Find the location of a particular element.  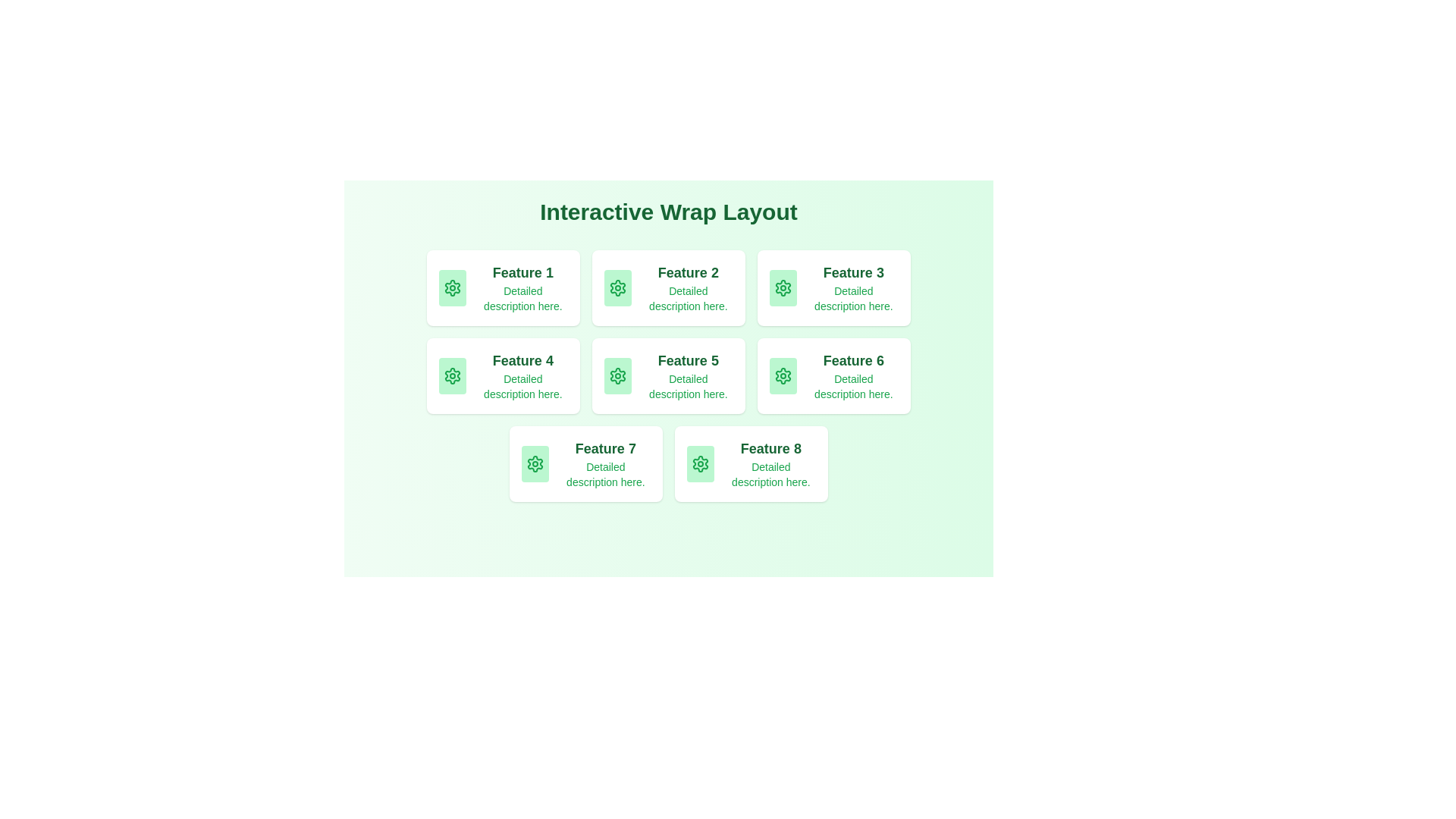

the gear-shaped icon with a green outline located in the seventh feature box of the grid layout, symbolizing settings or configurations is located at coordinates (535, 463).